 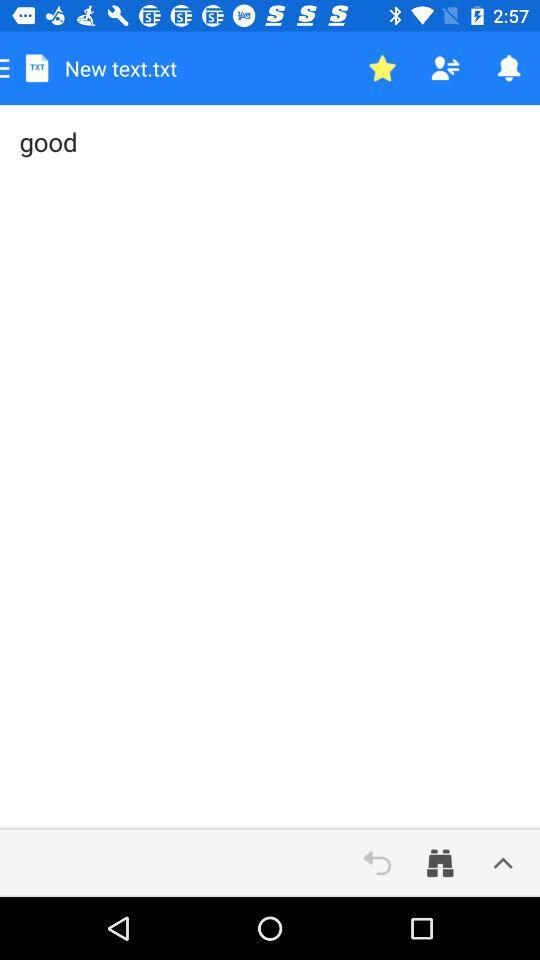 I want to click on star status, so click(x=382, y=68).